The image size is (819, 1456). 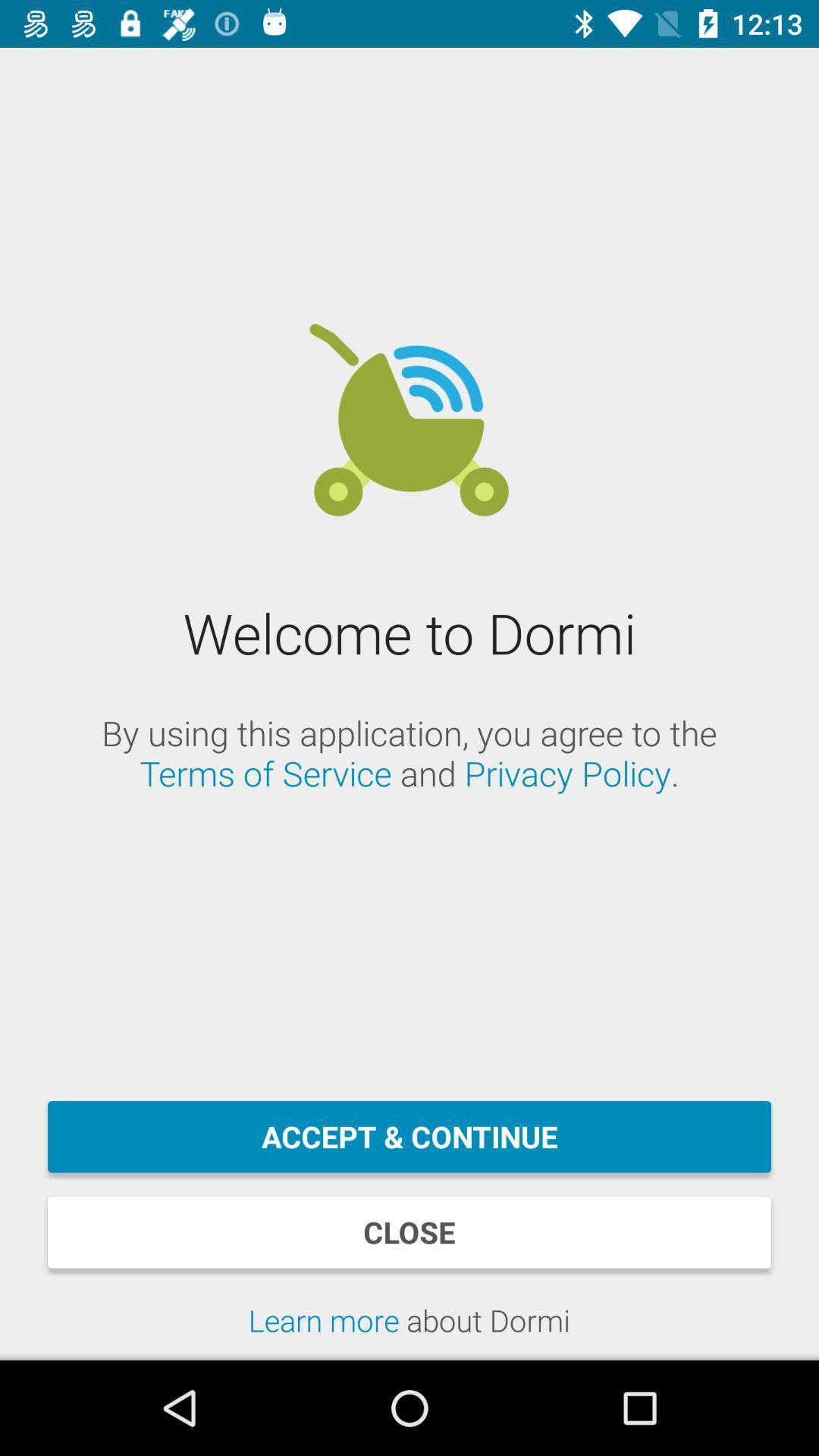 I want to click on the accept & continue, so click(x=409, y=1137).